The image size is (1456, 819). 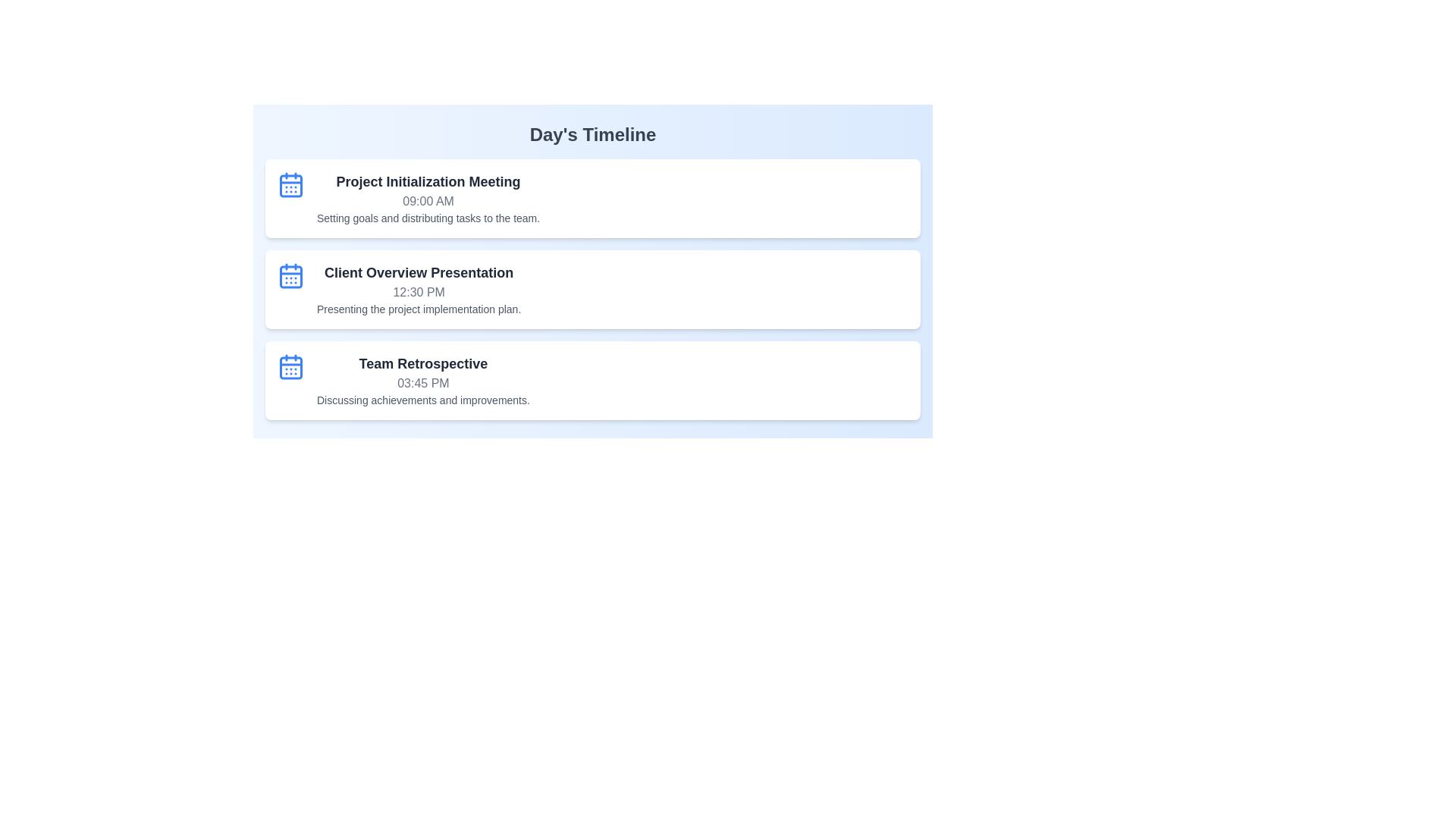 I want to click on the Text Label that displays the scheduled time for the 'Team Retrospective' event, which is positioned under the title 'Team Retrospective' and above the description text, so click(x=423, y=382).